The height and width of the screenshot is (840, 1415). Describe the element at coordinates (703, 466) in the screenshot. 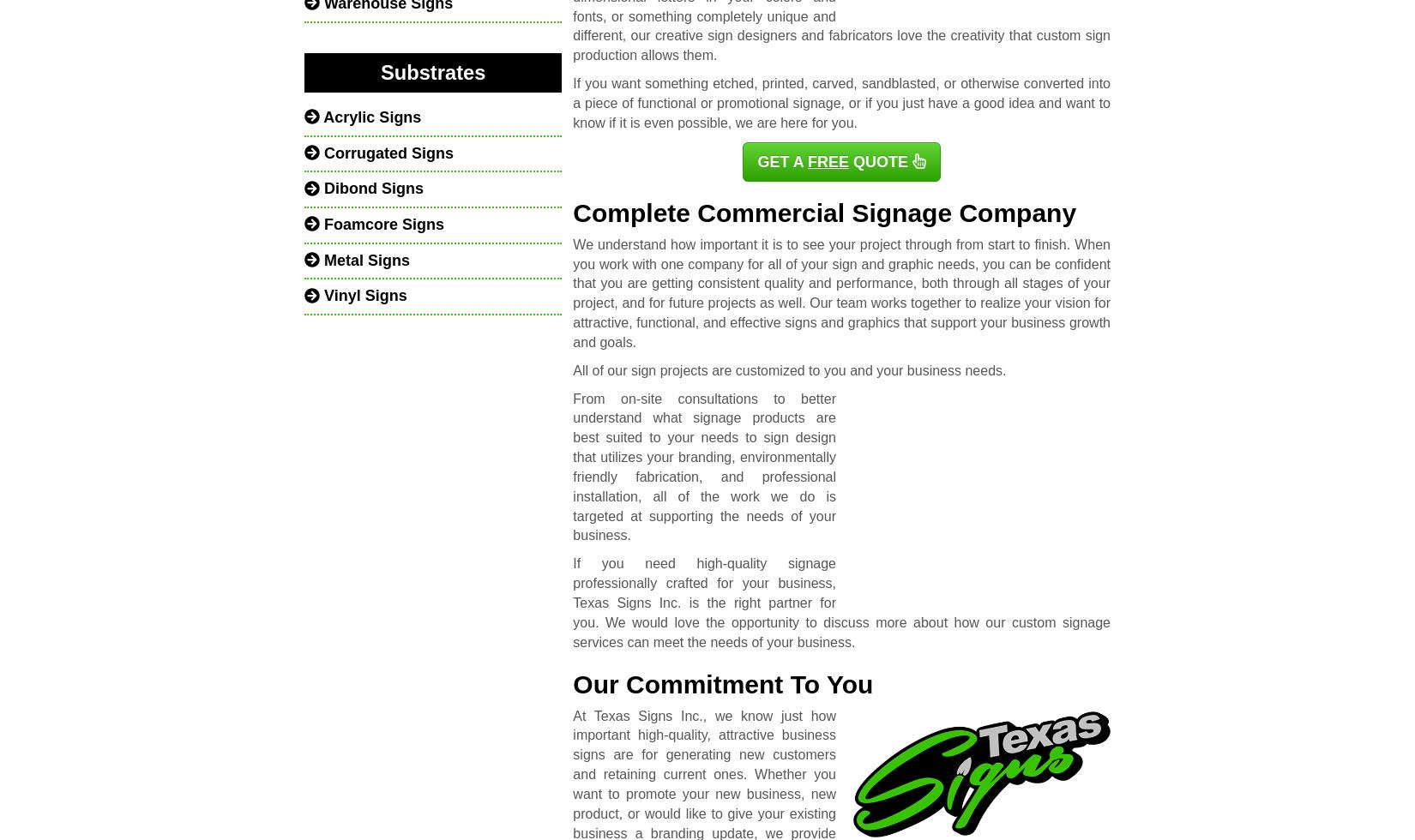

I see `'From on-site consultations to better understand what signage products are best suited to your needs to sign design that utilizes your branding, environmentally friendly fabrication, and professional installation, all of the work we do is targeted at supporting the needs of your business.'` at that location.